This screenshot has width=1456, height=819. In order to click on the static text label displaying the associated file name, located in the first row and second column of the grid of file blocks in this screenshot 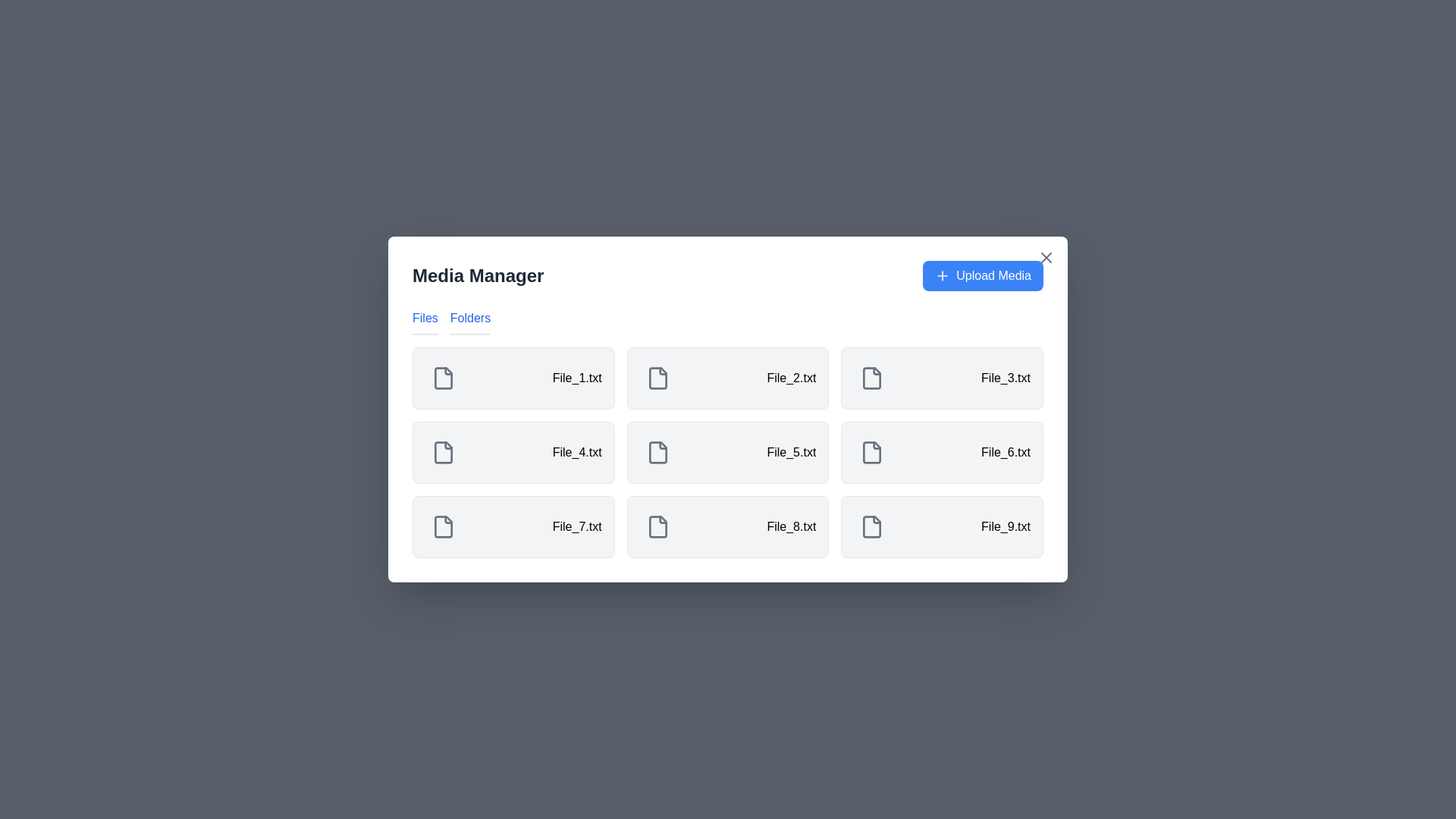, I will do `click(790, 377)`.